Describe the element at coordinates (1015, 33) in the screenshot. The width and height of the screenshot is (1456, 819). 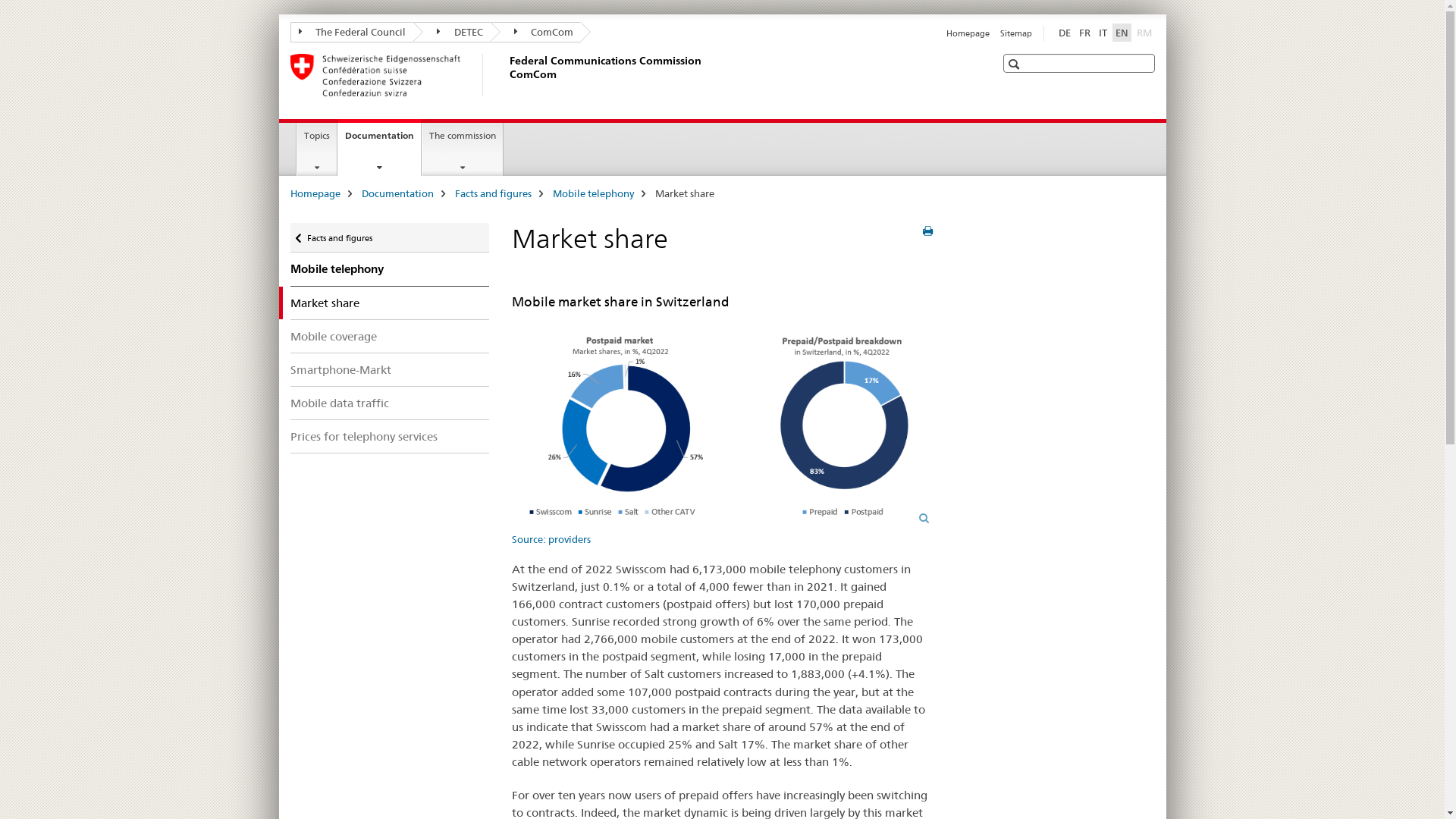
I see `'Sitemap'` at that location.